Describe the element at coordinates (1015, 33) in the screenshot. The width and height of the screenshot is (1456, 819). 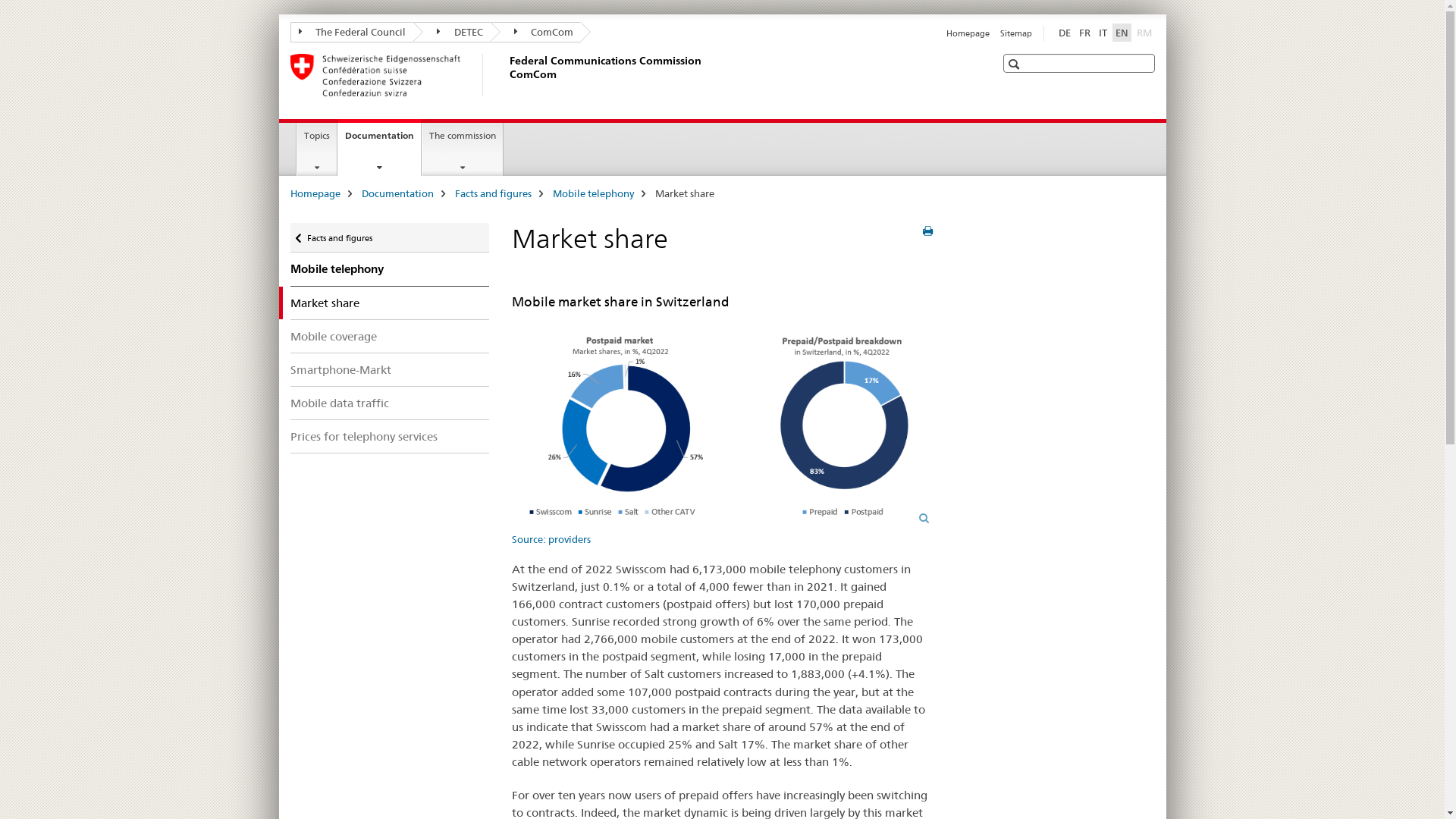
I see `'Sitemap'` at that location.